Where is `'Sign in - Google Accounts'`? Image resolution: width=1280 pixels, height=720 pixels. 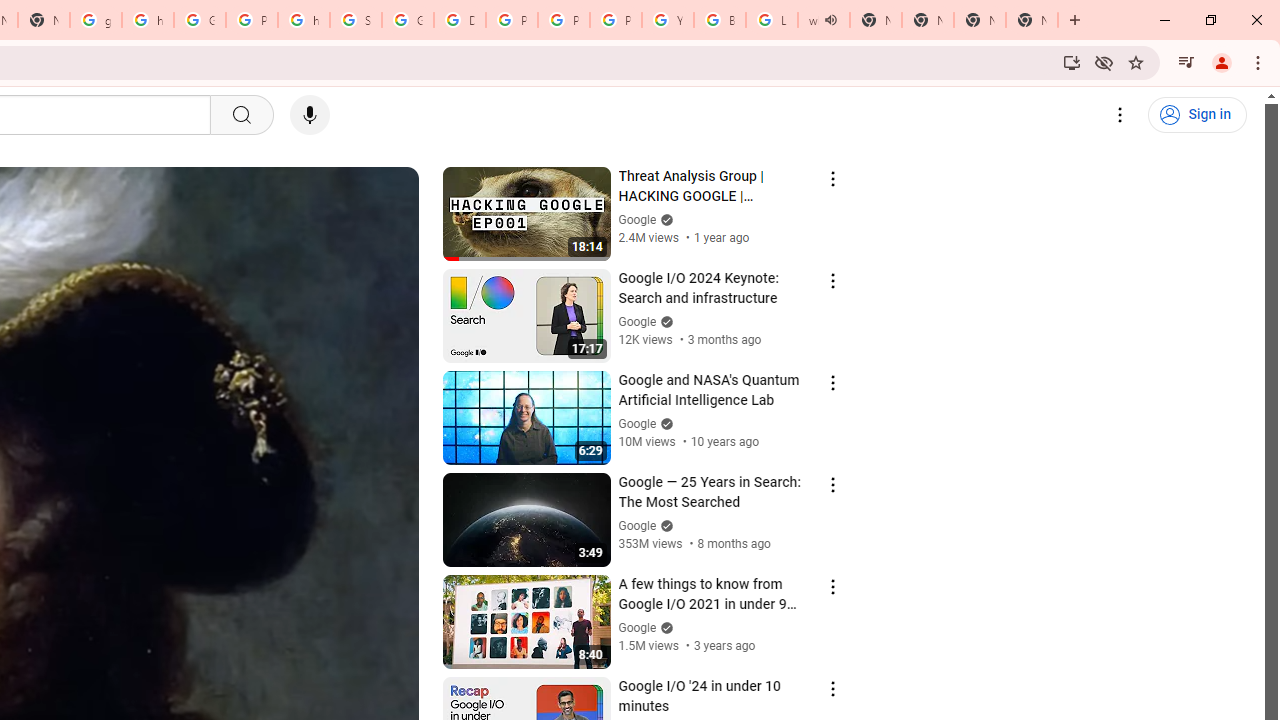 'Sign in - Google Accounts' is located at coordinates (355, 20).